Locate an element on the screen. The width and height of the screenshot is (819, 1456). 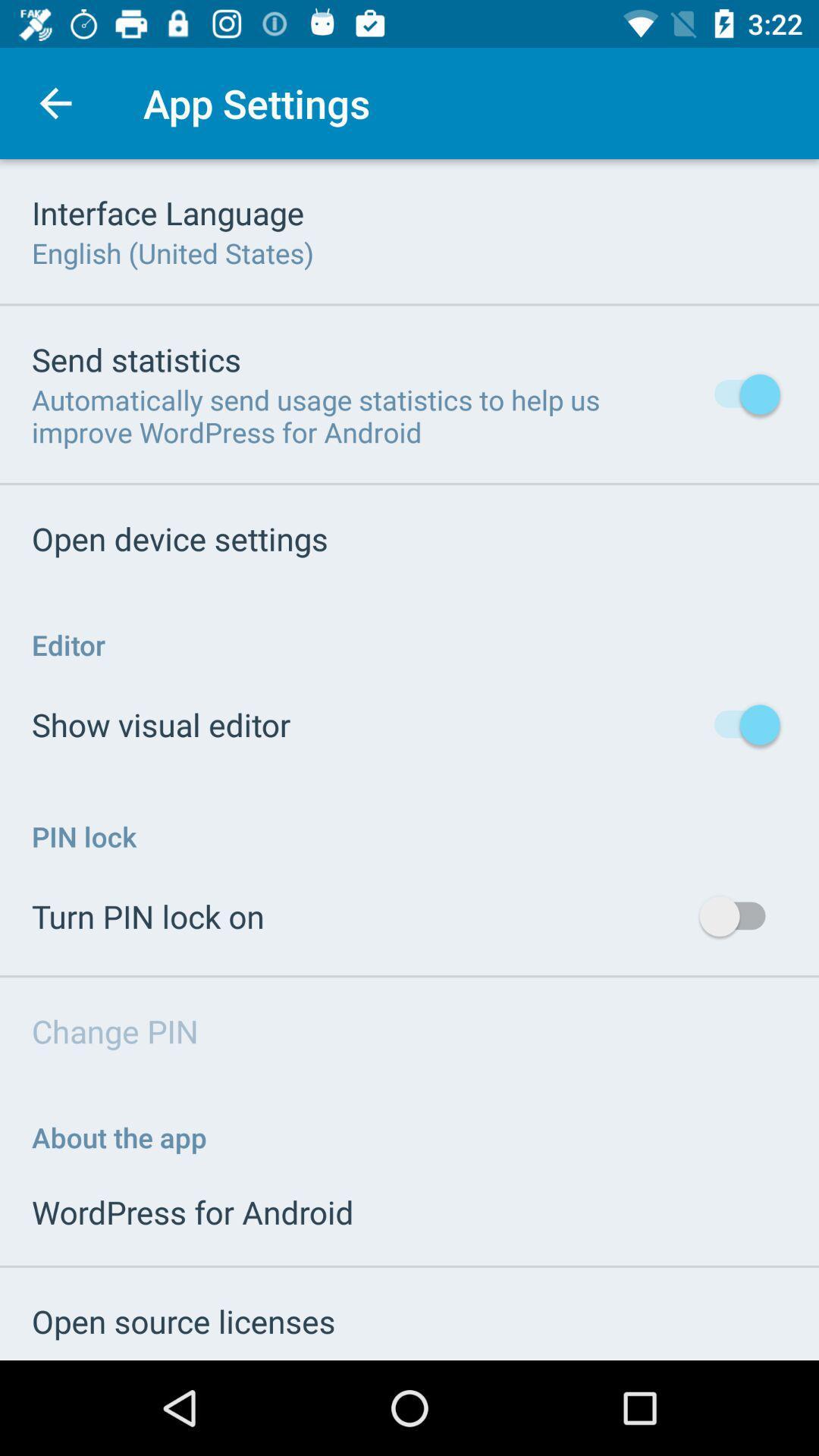
the open source licenses icon is located at coordinates (183, 1320).